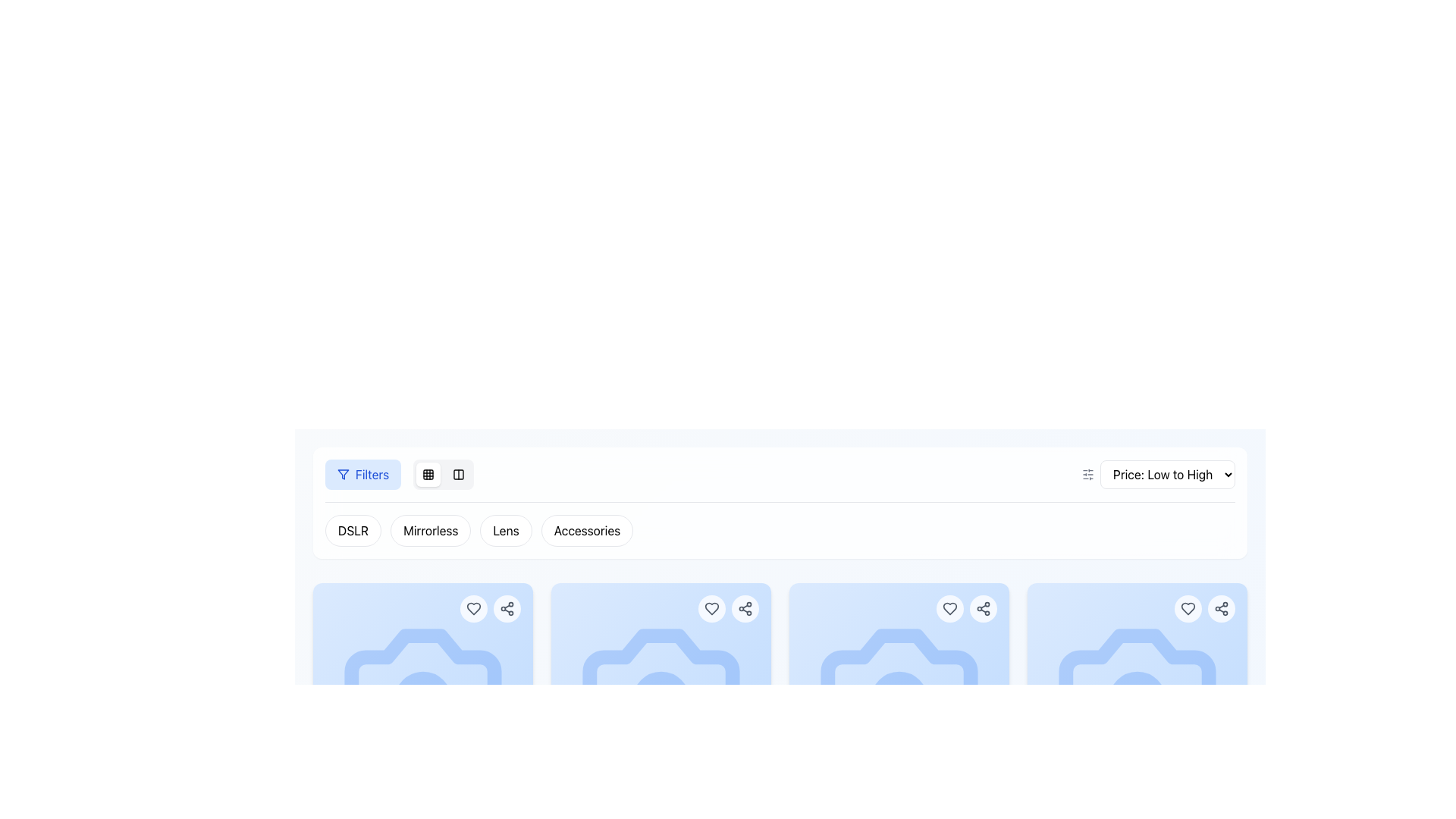 This screenshot has width=1456, height=819. I want to click on the arrow of the dropdown menu positioned at the top right corner of the interface, so click(1167, 473).